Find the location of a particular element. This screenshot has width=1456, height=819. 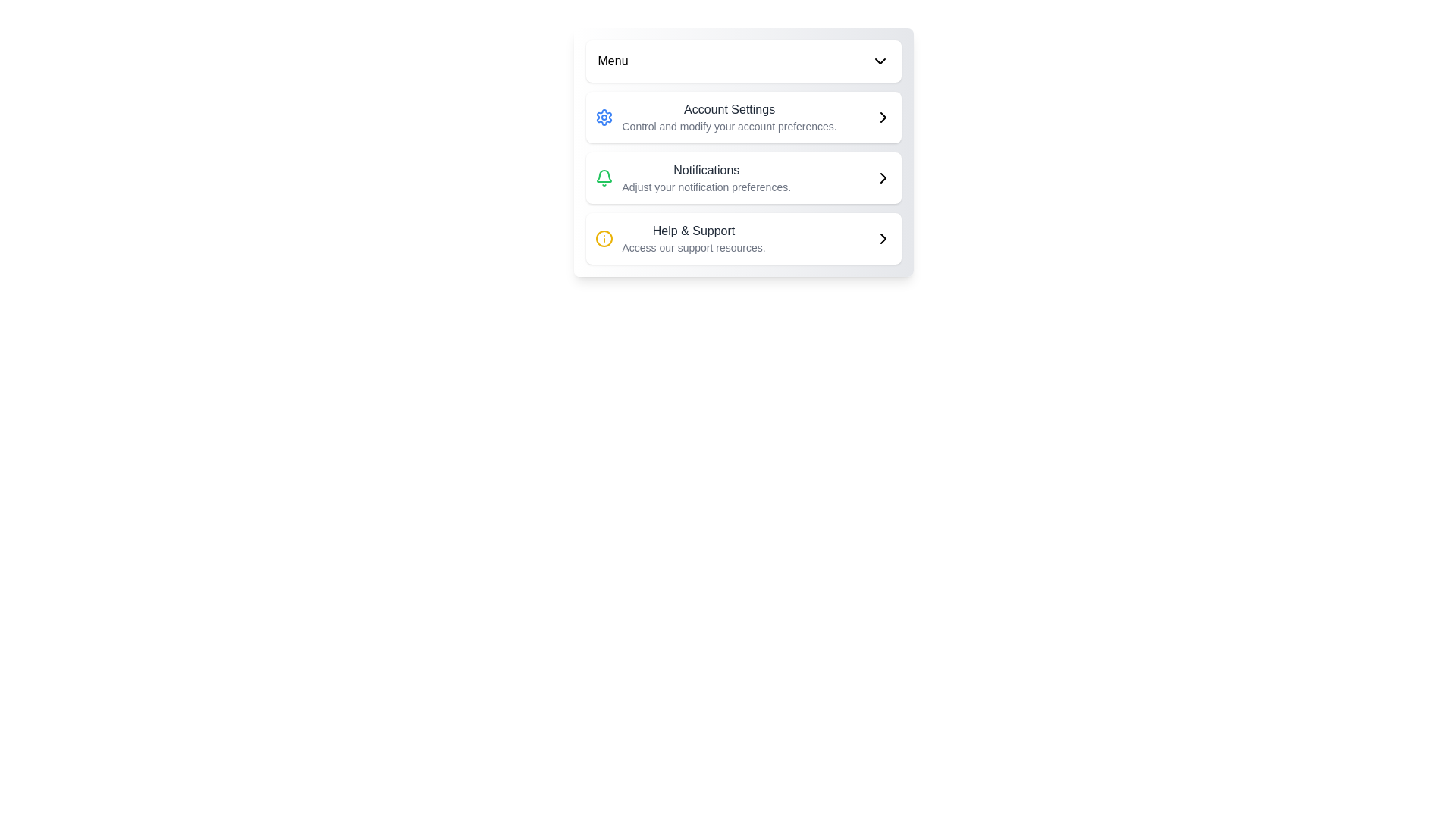

details provided by the 'Notifications' text element, which is the second item in a vertical list and includes the message about adjusting notification preferences is located at coordinates (705, 177).